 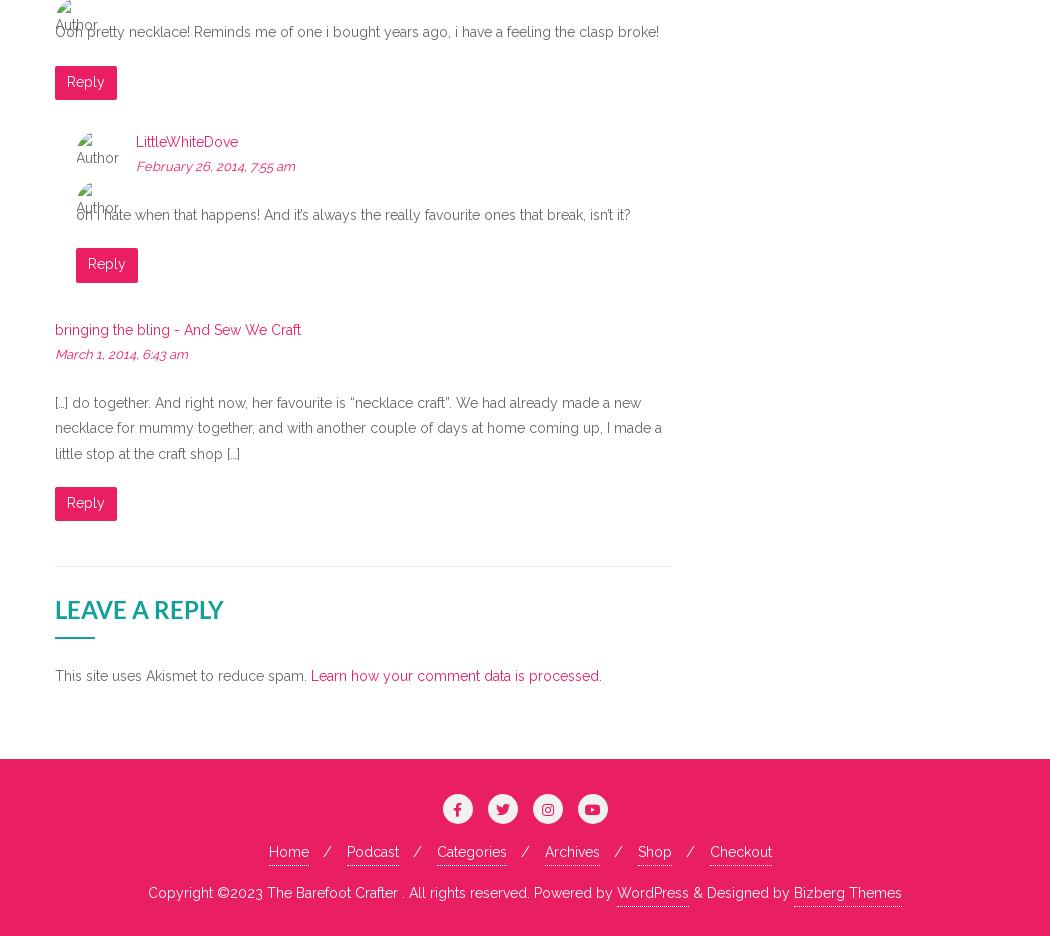 I want to click on 'WordPress', so click(x=651, y=891).